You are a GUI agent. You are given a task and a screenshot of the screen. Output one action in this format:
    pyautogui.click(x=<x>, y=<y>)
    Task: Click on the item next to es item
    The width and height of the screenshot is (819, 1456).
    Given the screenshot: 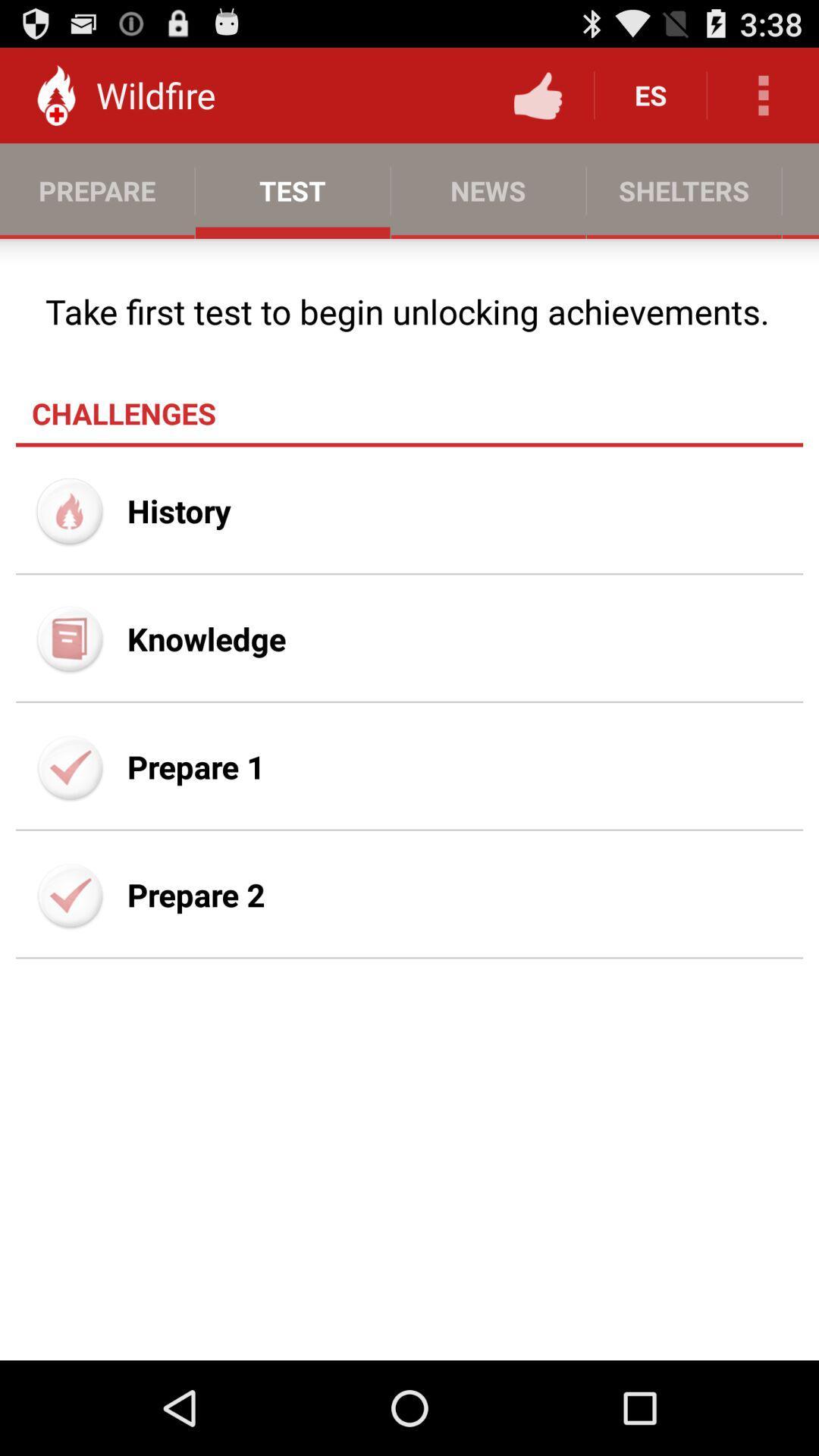 What is the action you would take?
    pyautogui.click(x=537, y=94)
    